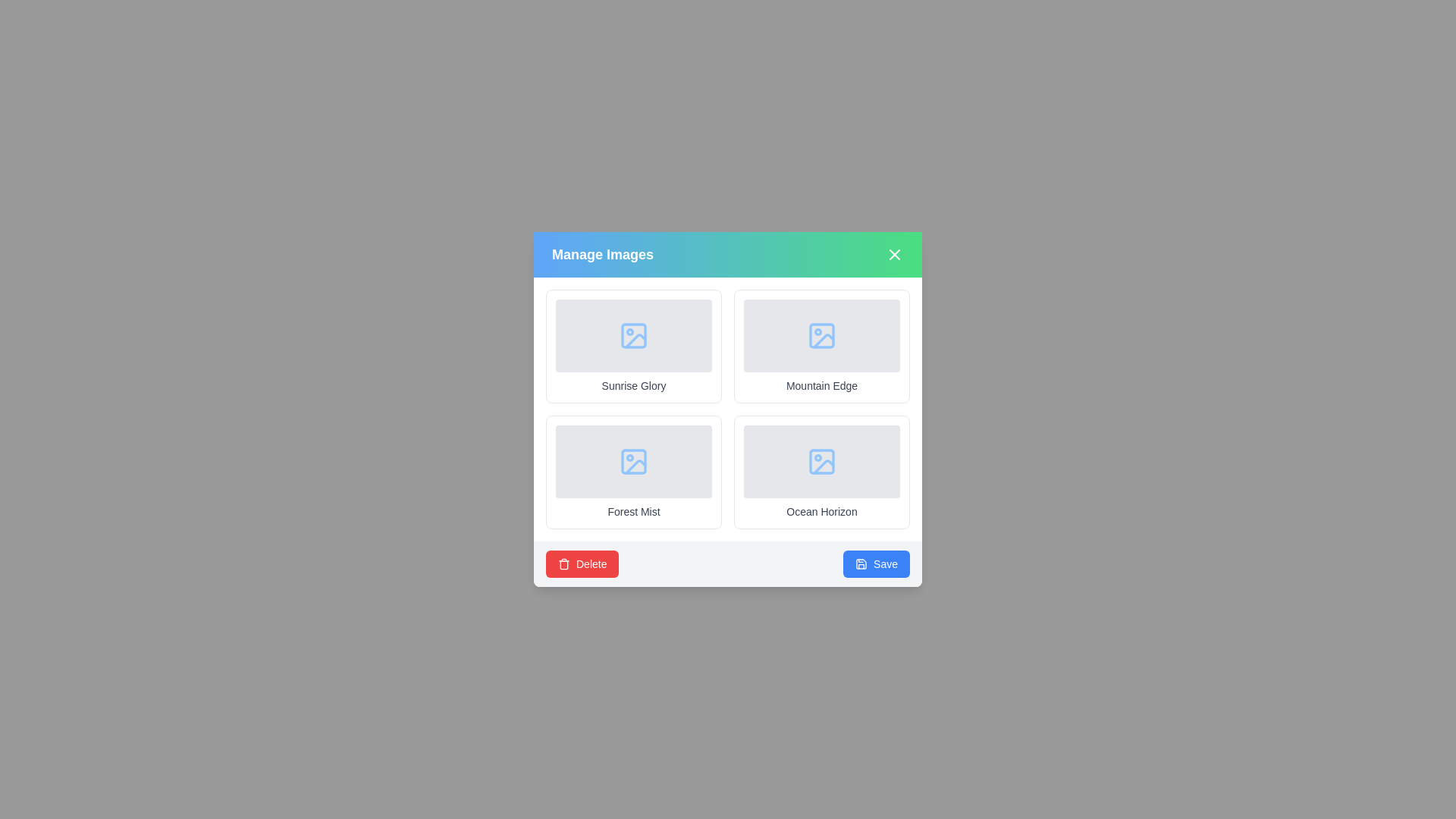 The image size is (1456, 819). I want to click on the graphical placeholder labeled 'Ocean Horizon' in the lower-left cell of the dialog box titled 'Manage Images', so click(821, 461).